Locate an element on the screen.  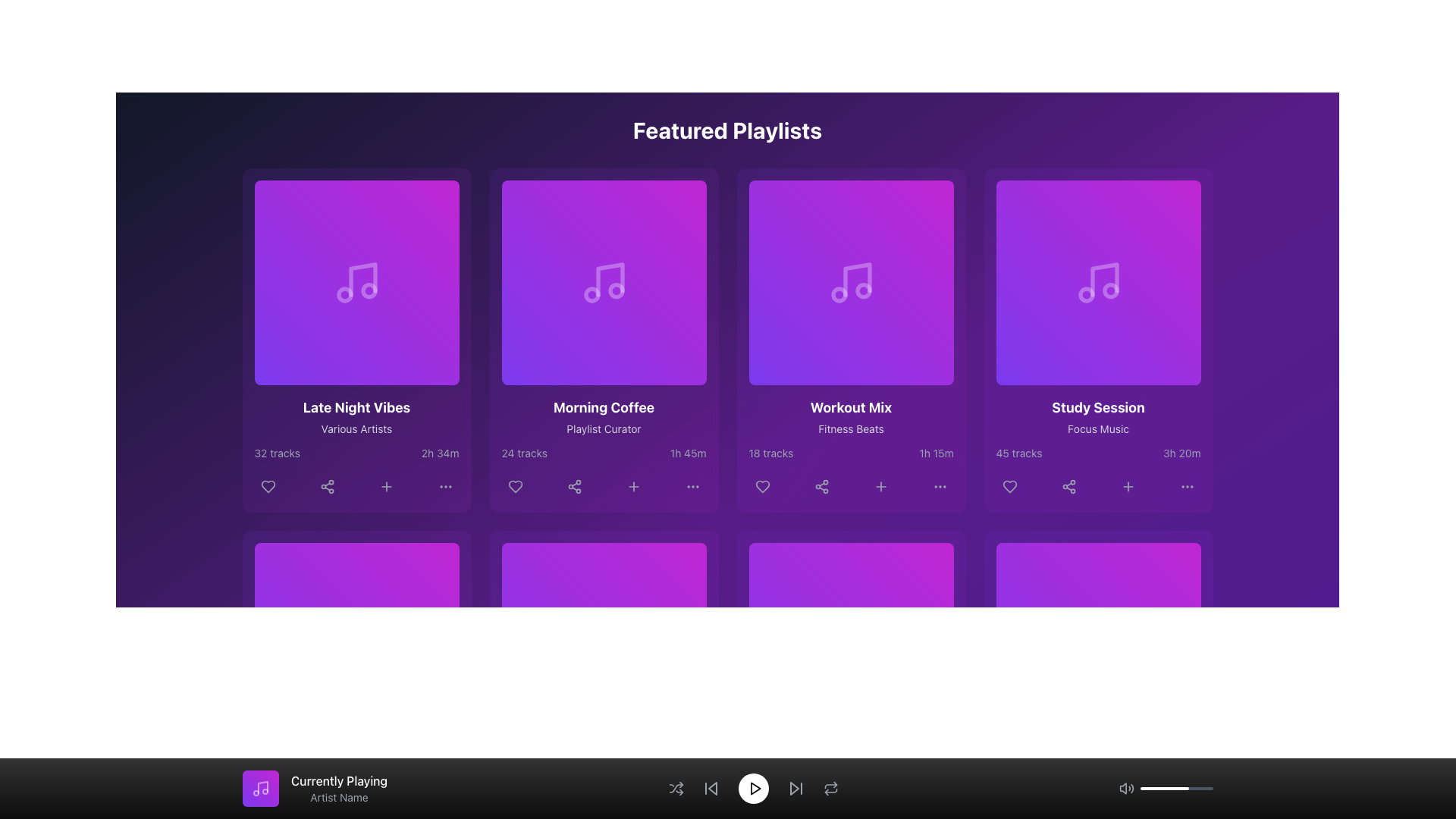
second SVG circle element located in the bottom-left section of the music note icon for the 'Study Session' card in the Featured Playlists section is located at coordinates (1085, 295).